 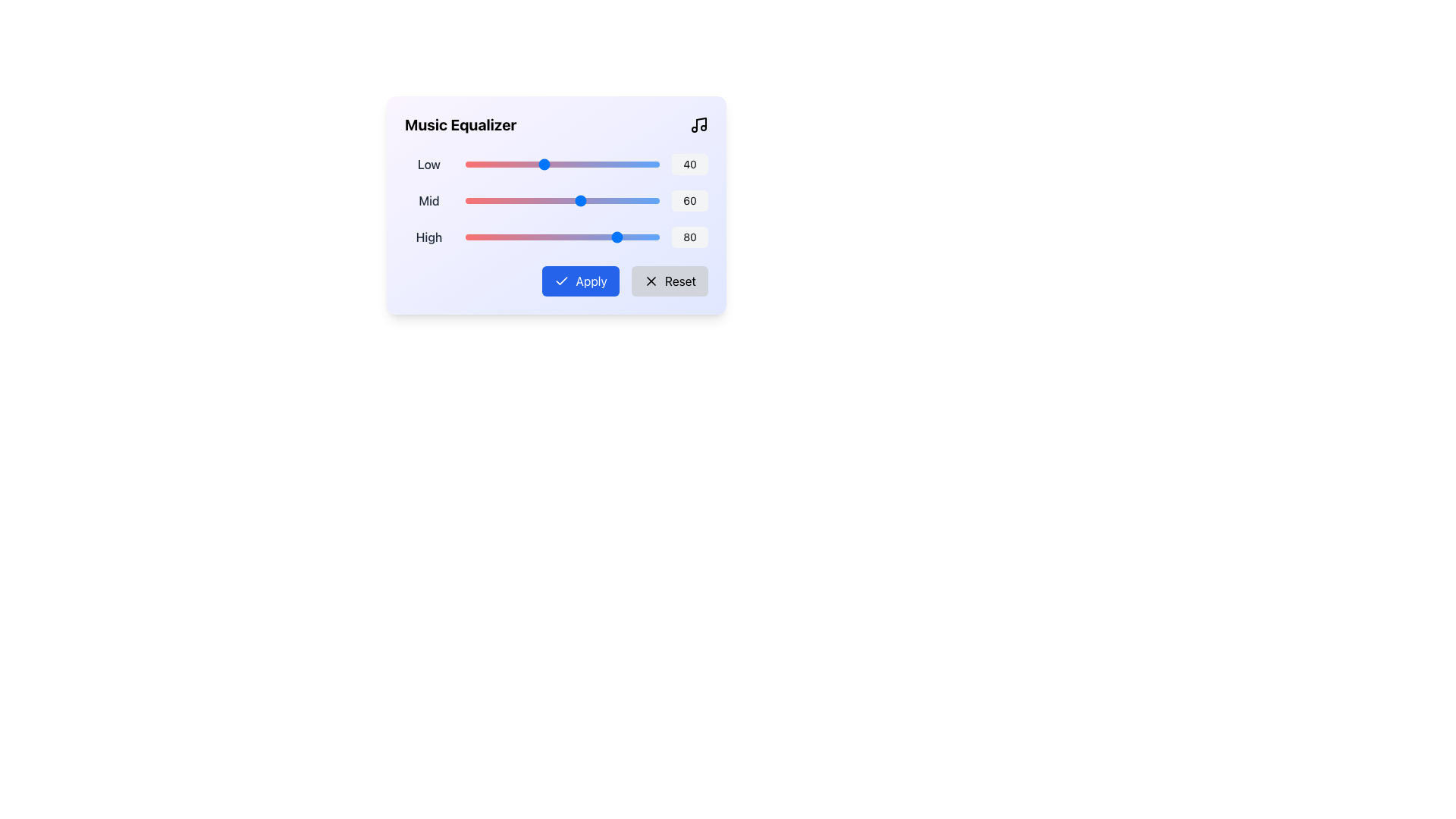 I want to click on the SVG musical symbol icon located next to the 'Music Equalizer' text at the top-right section of the card, so click(x=698, y=124).